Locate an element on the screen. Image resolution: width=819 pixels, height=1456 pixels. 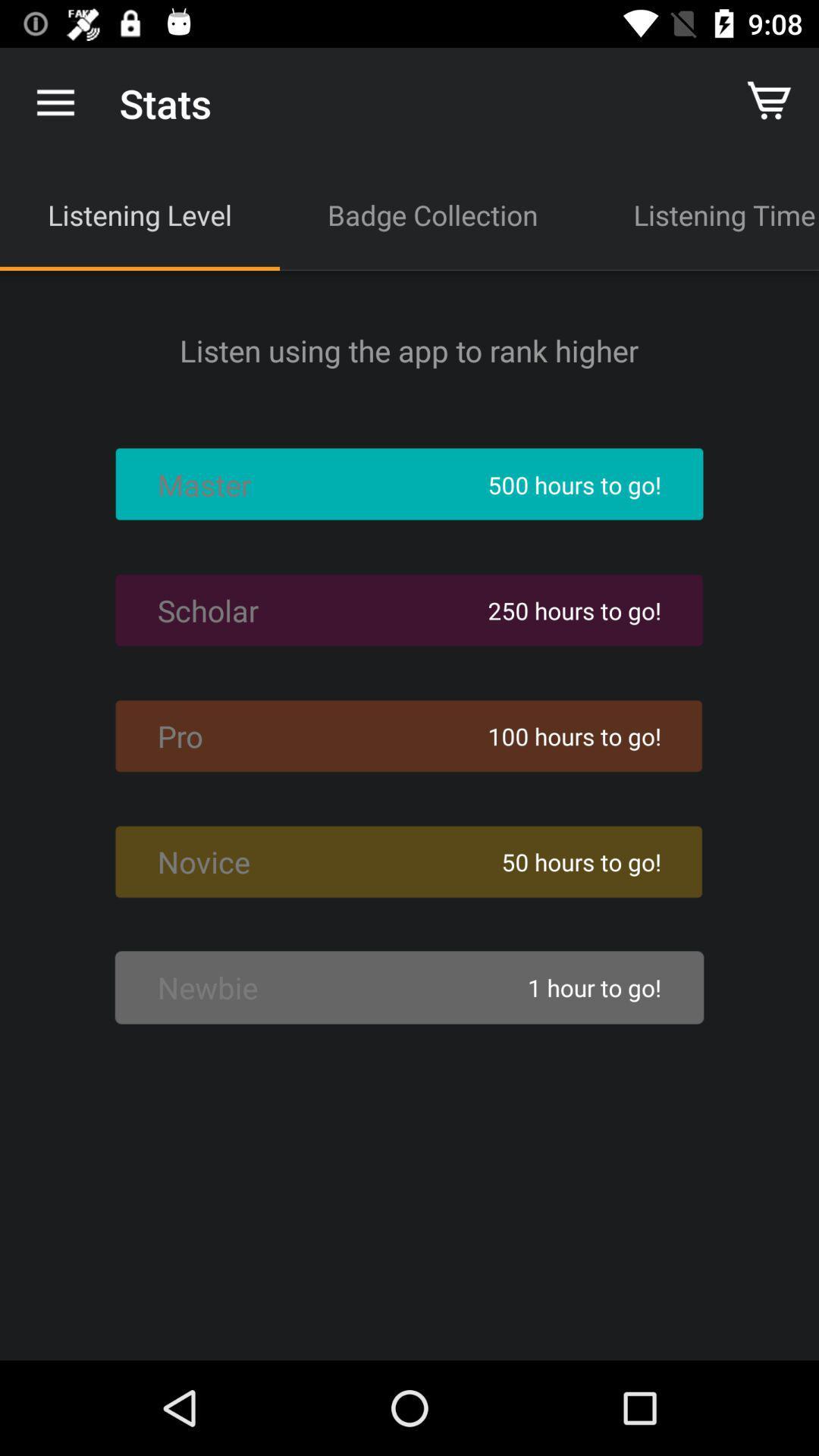
item above listen using the is located at coordinates (432, 214).